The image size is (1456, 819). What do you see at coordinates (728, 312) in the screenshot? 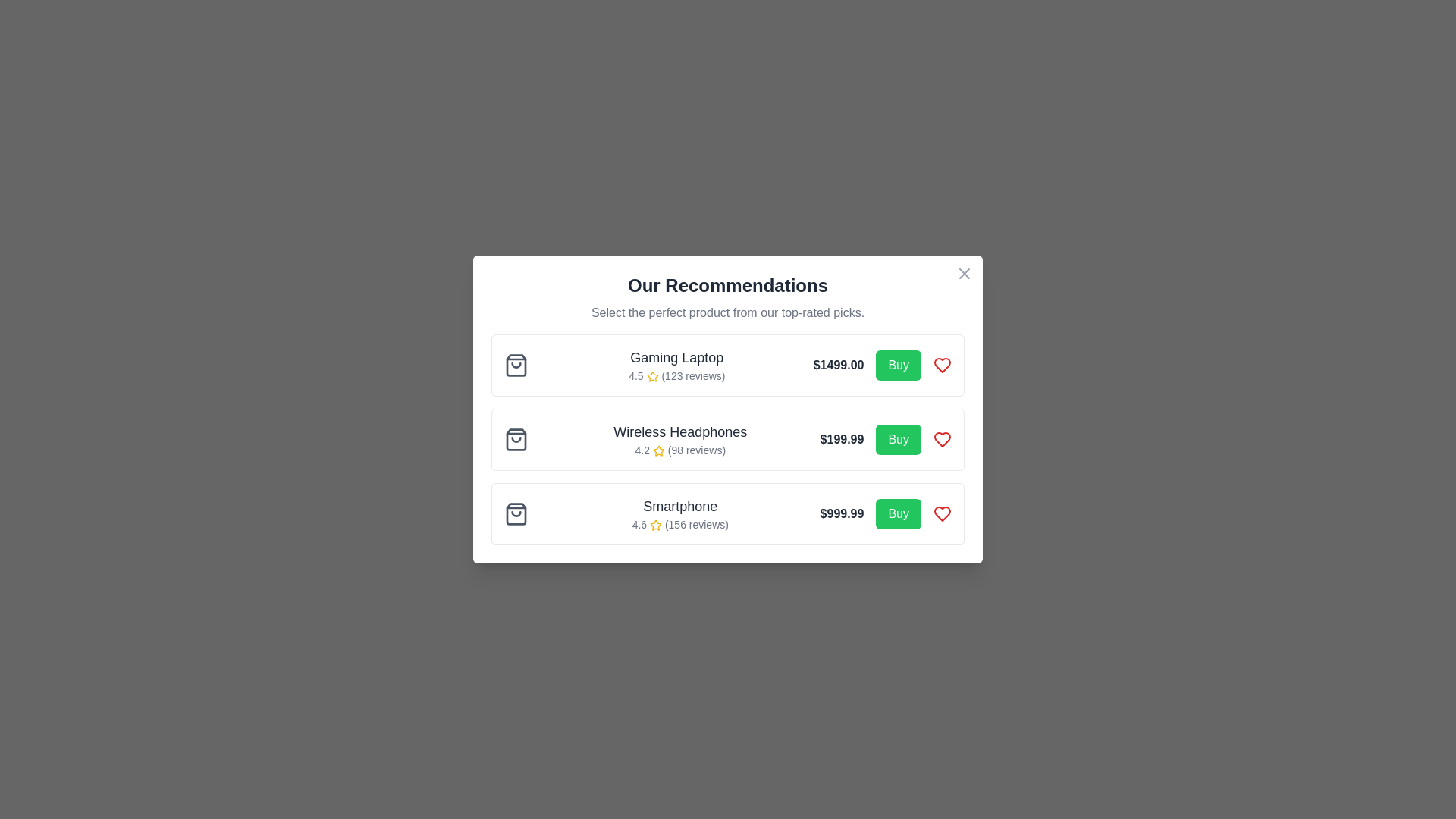
I see `the supporting text that reads 'Select the perfect product from our top-rated picks.', which is located directly beneath the heading 'Our Recommendations'` at bounding box center [728, 312].